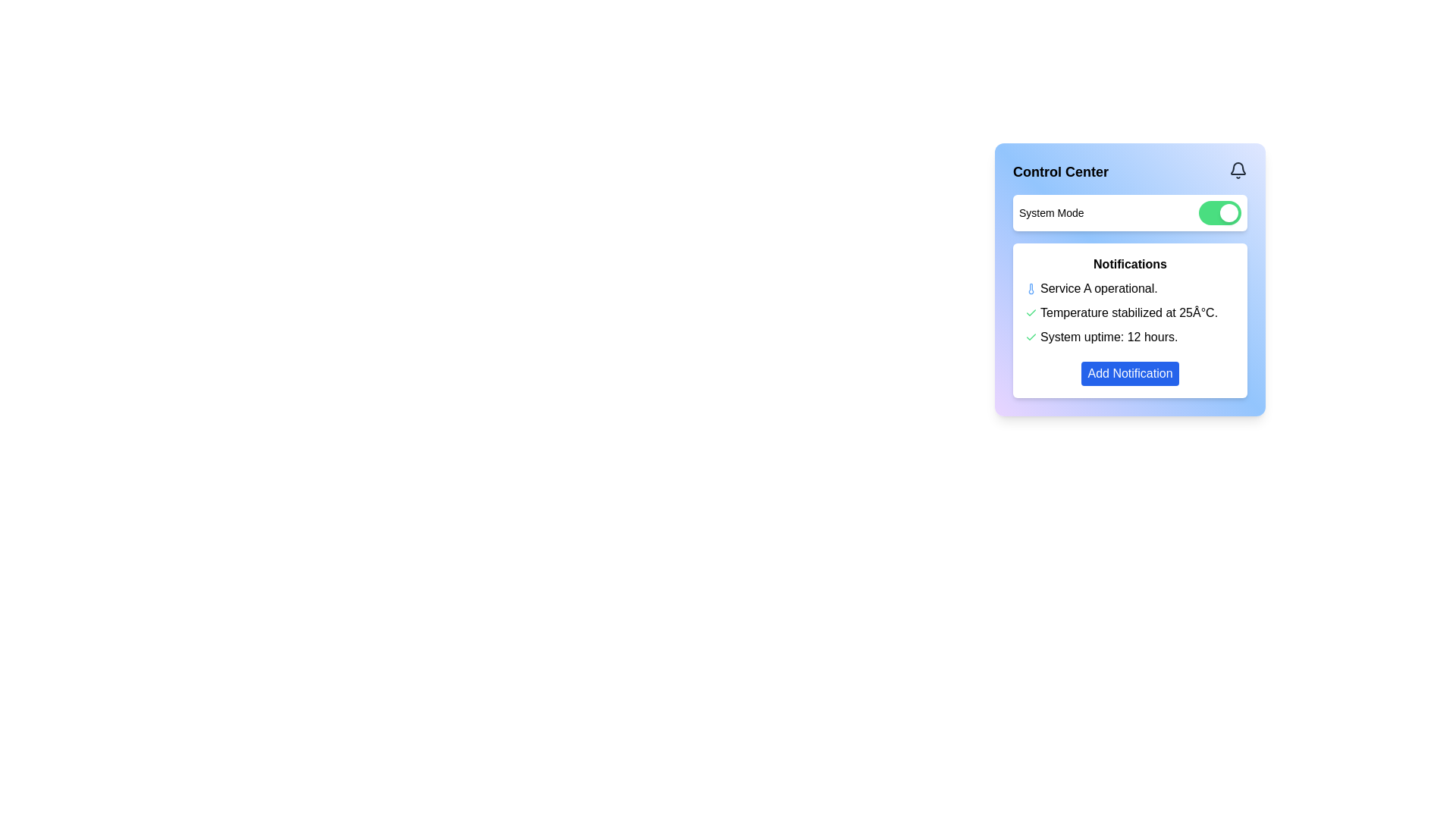 This screenshot has height=819, width=1456. What do you see at coordinates (1031, 289) in the screenshot?
I see `the Decorative status icon located within the graphical notification section, positioned before the notification text 'Service A operational.'` at bounding box center [1031, 289].